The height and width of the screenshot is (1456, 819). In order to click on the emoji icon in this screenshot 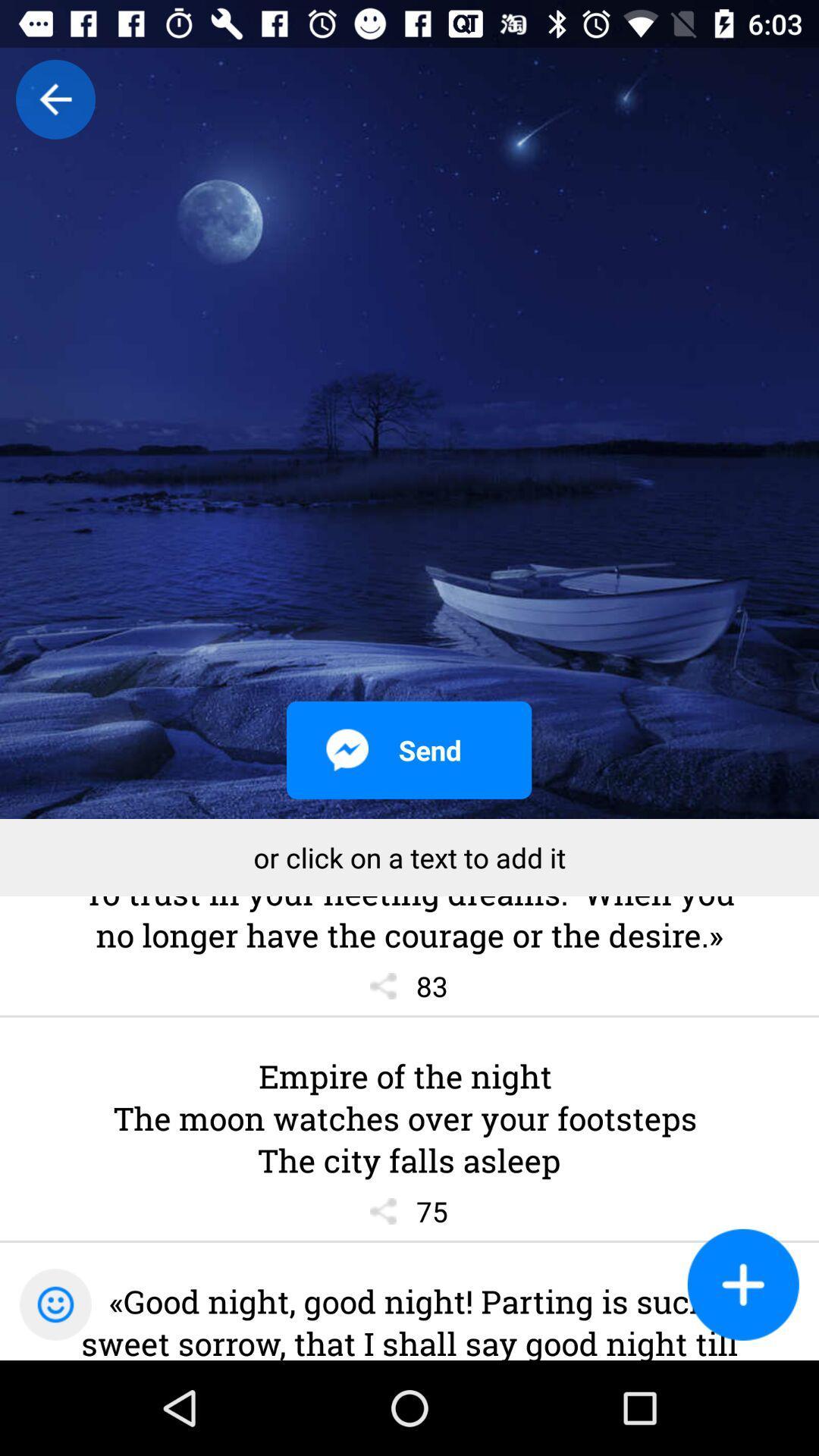, I will do `click(55, 1304)`.